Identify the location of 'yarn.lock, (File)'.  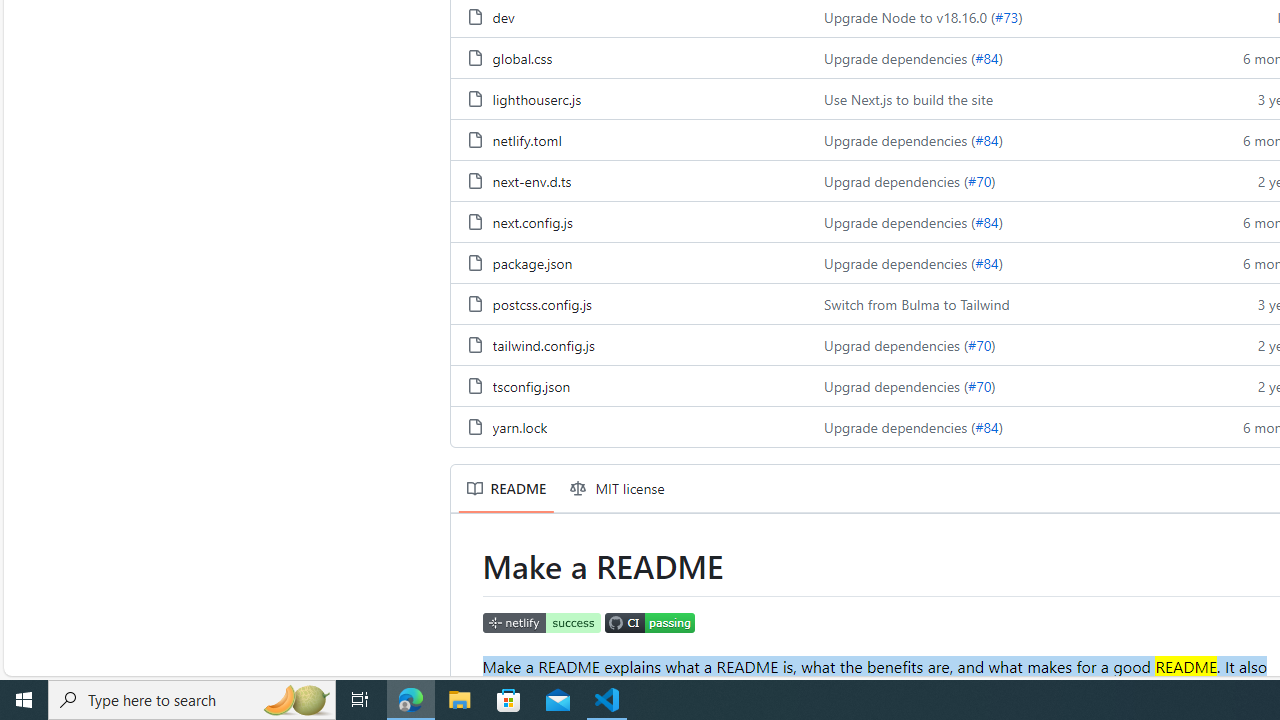
(519, 425).